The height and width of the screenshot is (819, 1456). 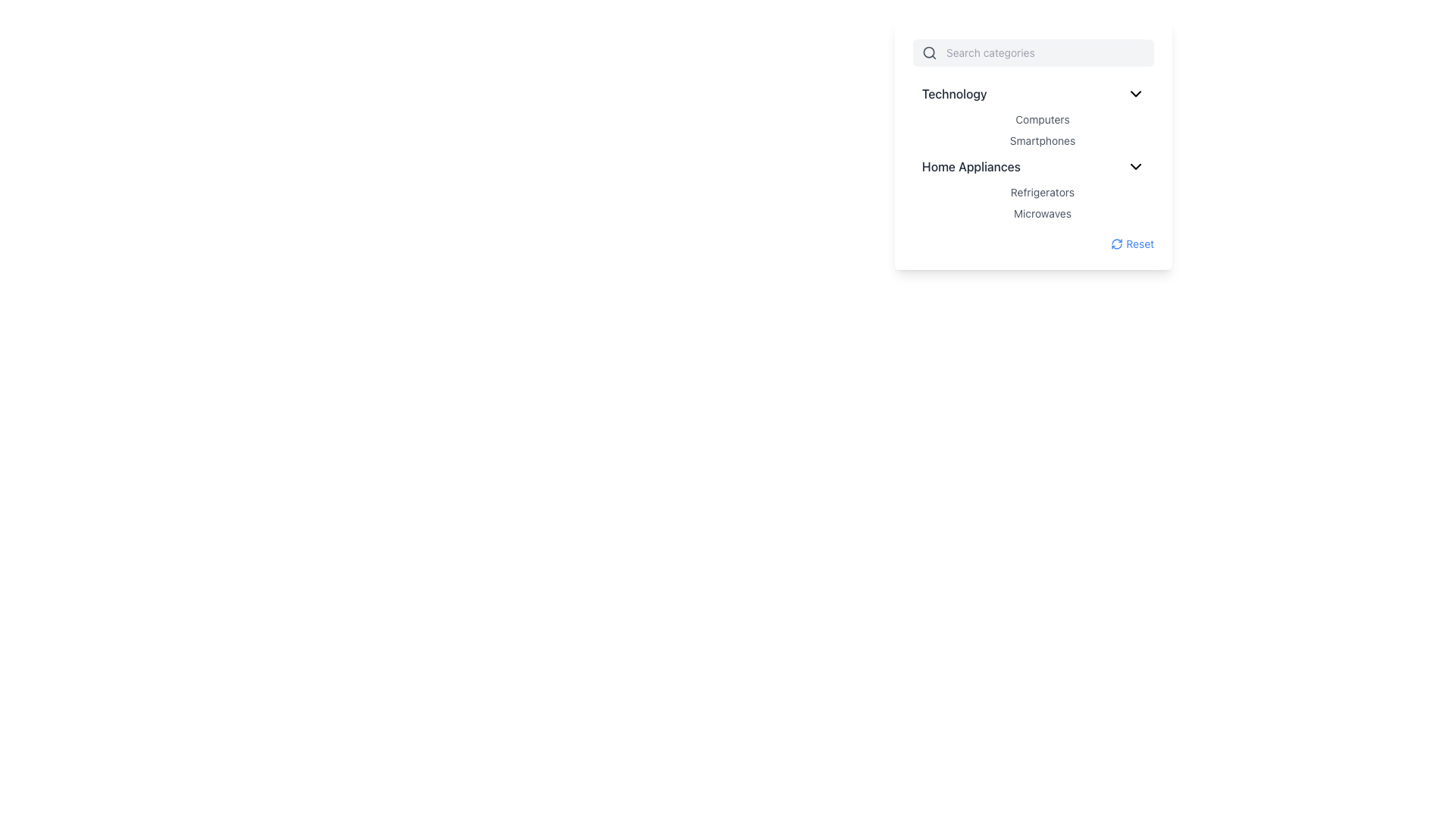 I want to click on the 'Reset' button located at the bottom-right of the filtering category options, featuring an icon of a circular arrow and styled in blue, so click(x=1132, y=243).